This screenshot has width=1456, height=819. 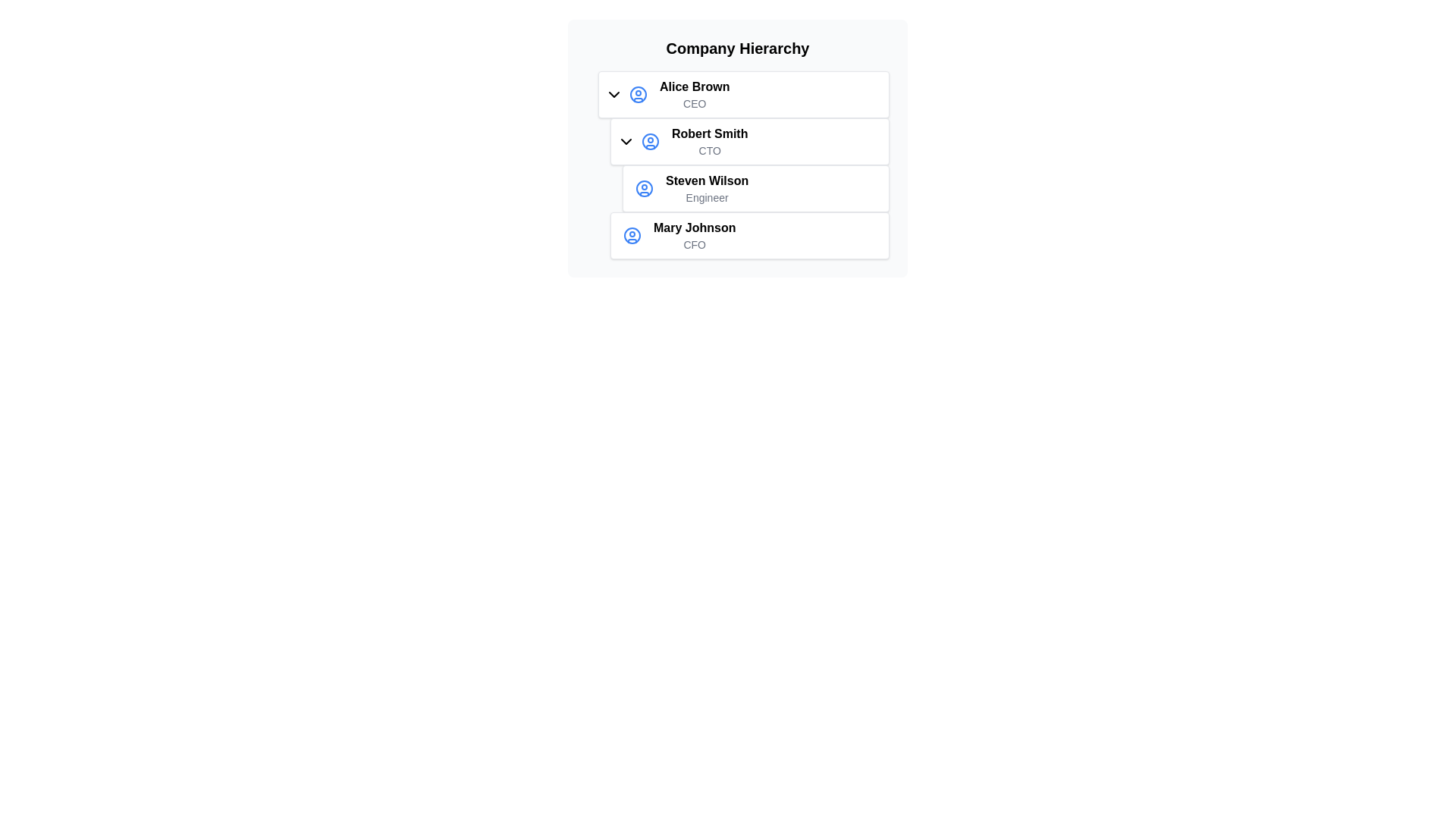 What do you see at coordinates (706, 197) in the screenshot?
I see `text label 'Engineer' located below the name 'Steven Wilson' in the 'Company Hierarchy' section` at bounding box center [706, 197].